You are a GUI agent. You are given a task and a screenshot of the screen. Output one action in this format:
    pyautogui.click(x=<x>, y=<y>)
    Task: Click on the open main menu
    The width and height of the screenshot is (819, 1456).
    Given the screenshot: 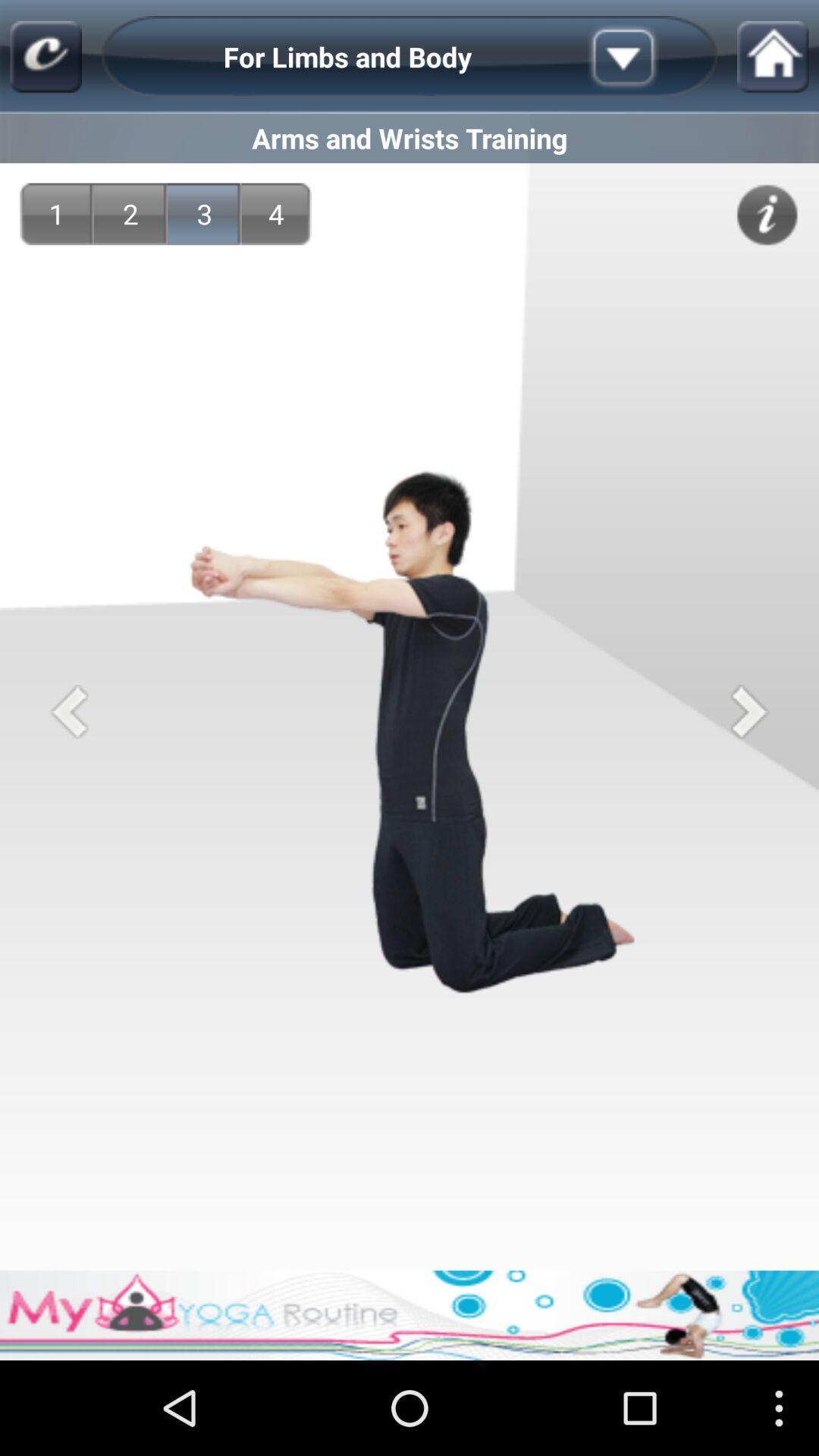 What is the action you would take?
    pyautogui.click(x=45, y=57)
    